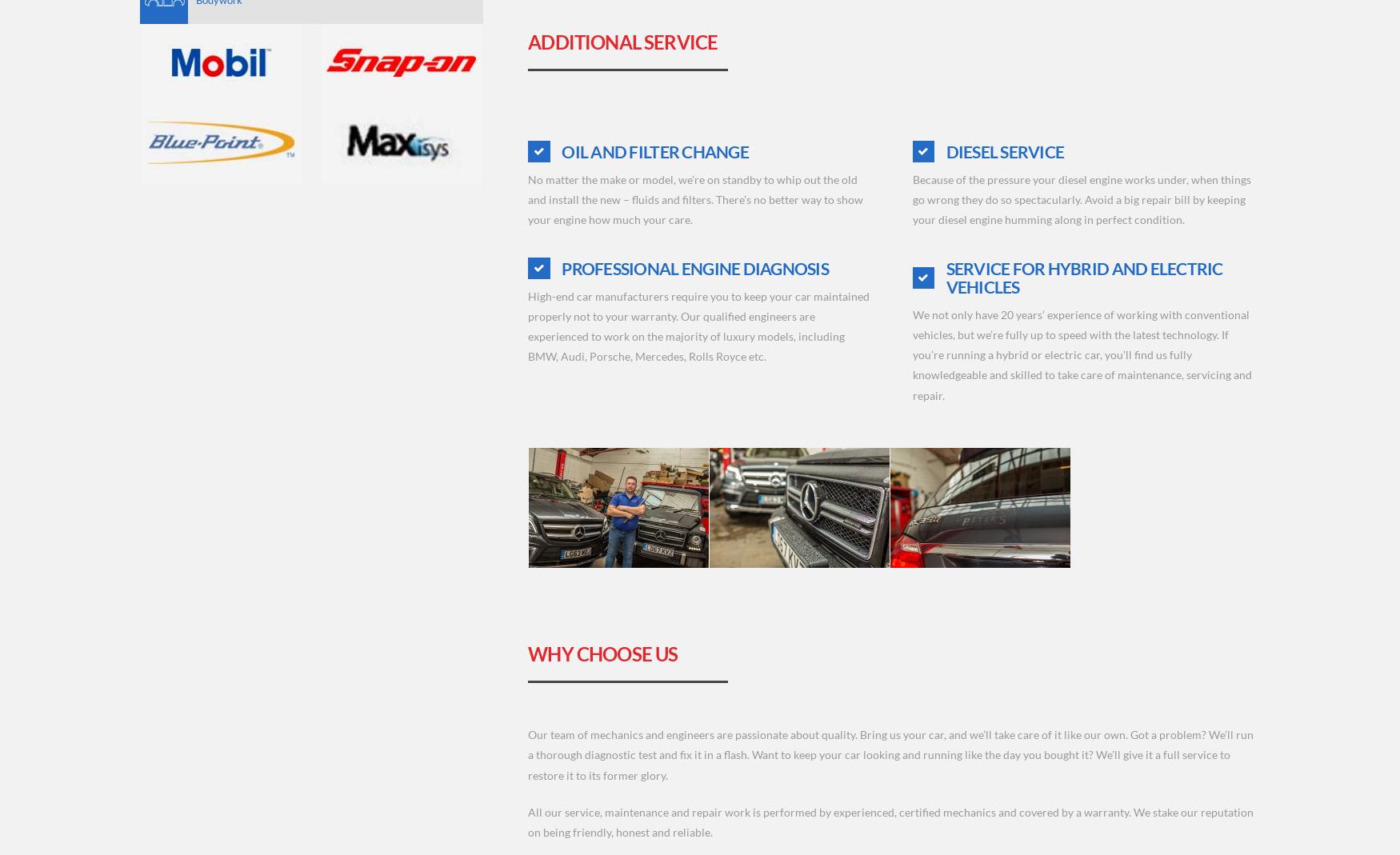 This screenshot has height=855, width=1400. Describe the element at coordinates (910, 353) in the screenshot. I see `'We not only have 20 years’ experience of working with conventional vehicles, but we’re fully up to speed with the latest technology. If you’re running a hybrid or electric car, you’ll find us fully knowledgeable and skilled to take care of maintenance, servicing and repair.'` at that location.